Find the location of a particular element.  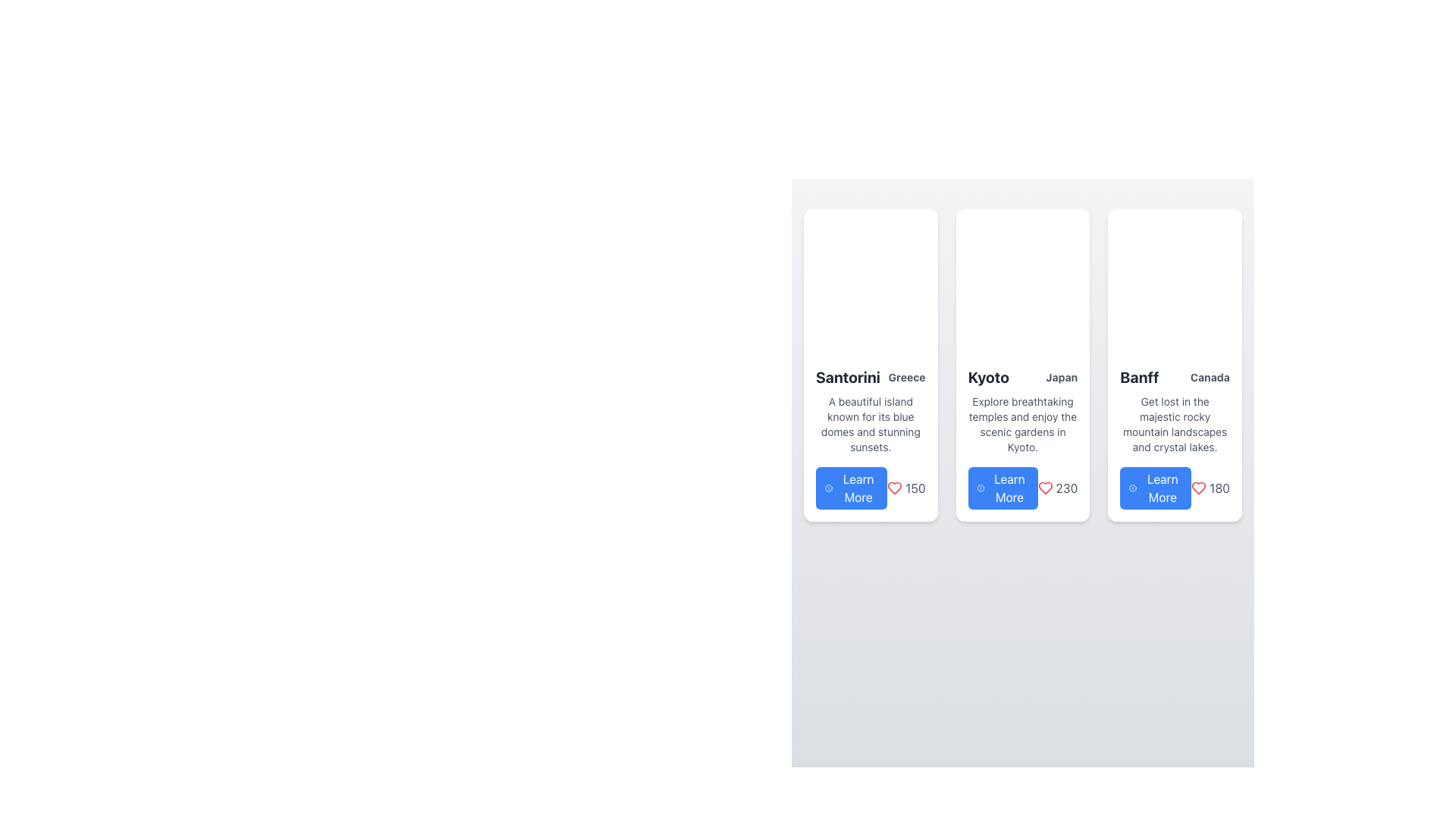

the Text Label displaying the country name 'Japan', which is positioned to the right of the 'Kyoto' title in the card layout is located at coordinates (1061, 376).